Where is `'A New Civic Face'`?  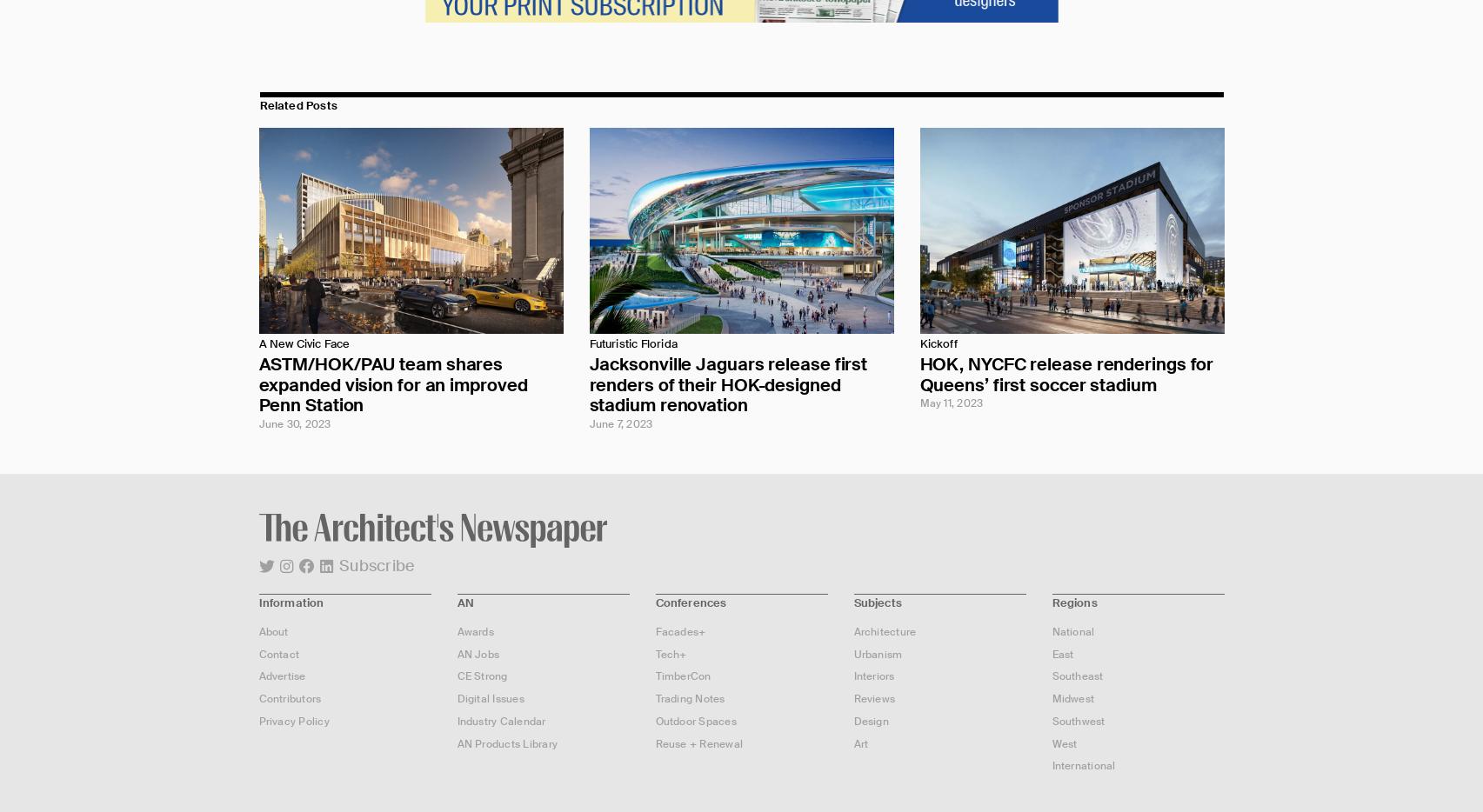
'A New Civic Face' is located at coordinates (257, 343).